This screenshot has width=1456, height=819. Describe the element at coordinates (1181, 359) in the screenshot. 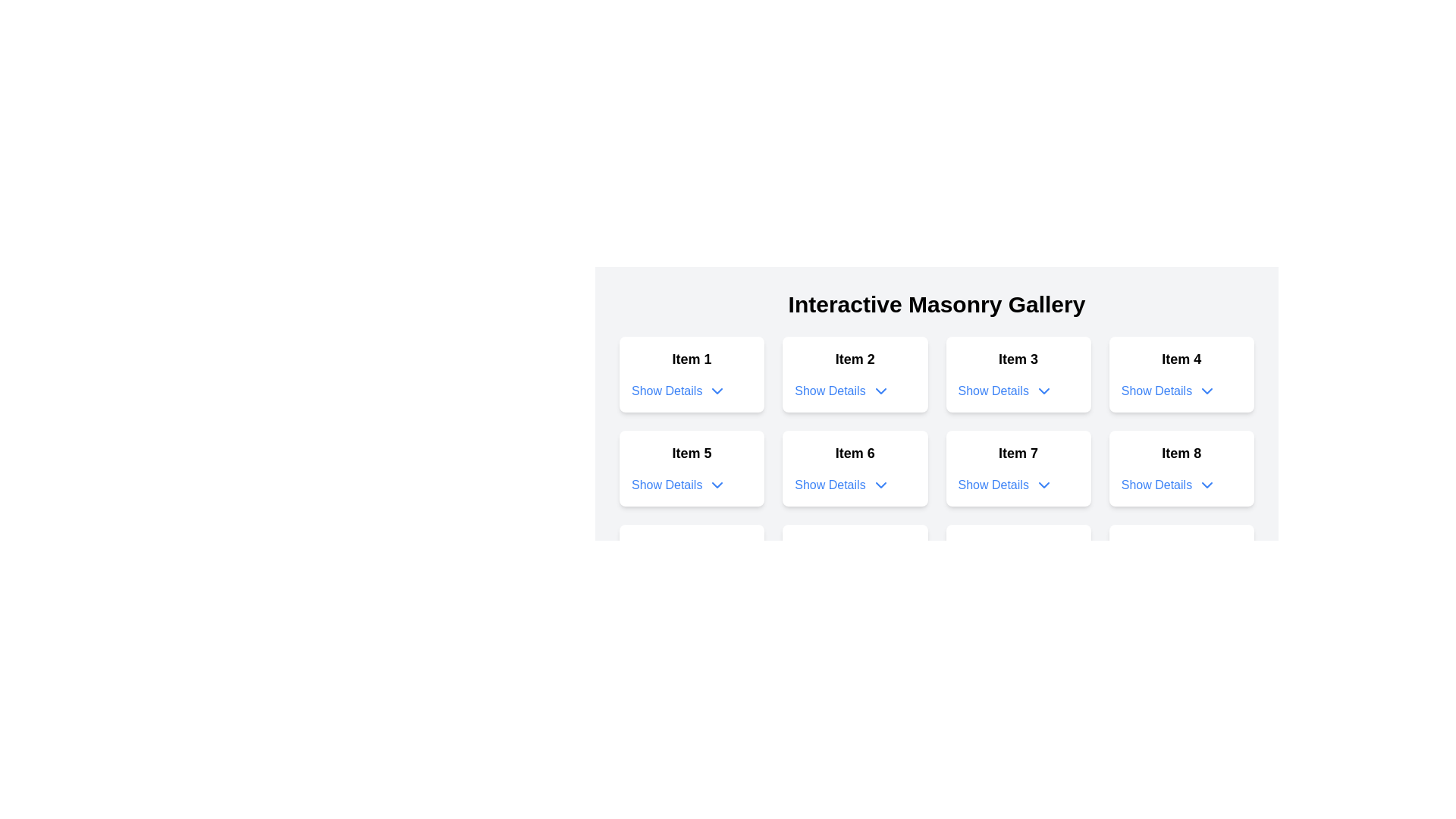

I see `the bold text label reading 'Item 4' located in the top-right corner of a grid row of 4 items` at that location.